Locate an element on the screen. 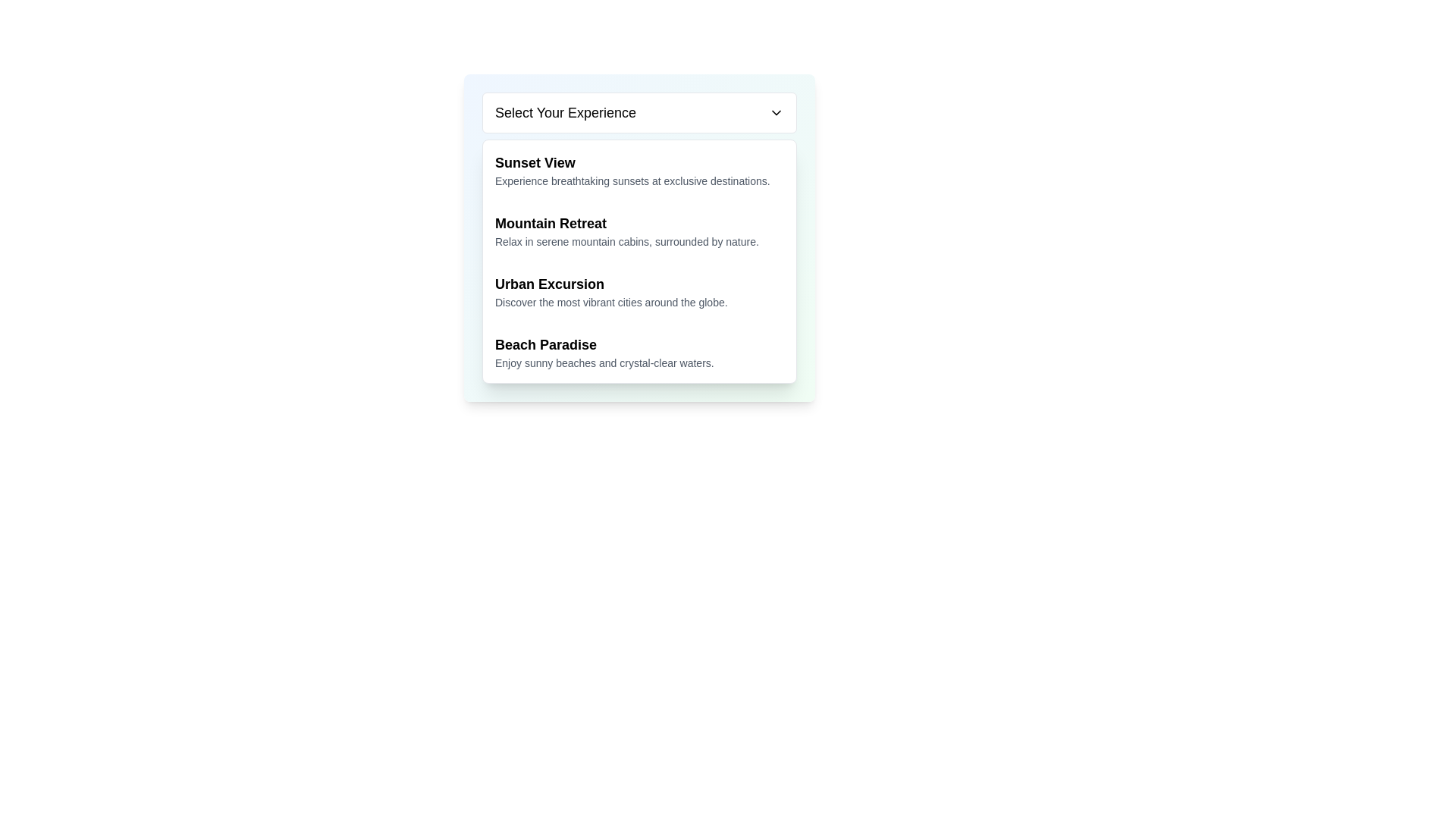 This screenshot has width=1456, height=819. the descriptive text label that reads 'Relax in serene mountain cabins, surrounded by nature.' located under the title 'Mountain Retreat' in the dropdown menu labeled 'Select Your Experience.' is located at coordinates (639, 241).